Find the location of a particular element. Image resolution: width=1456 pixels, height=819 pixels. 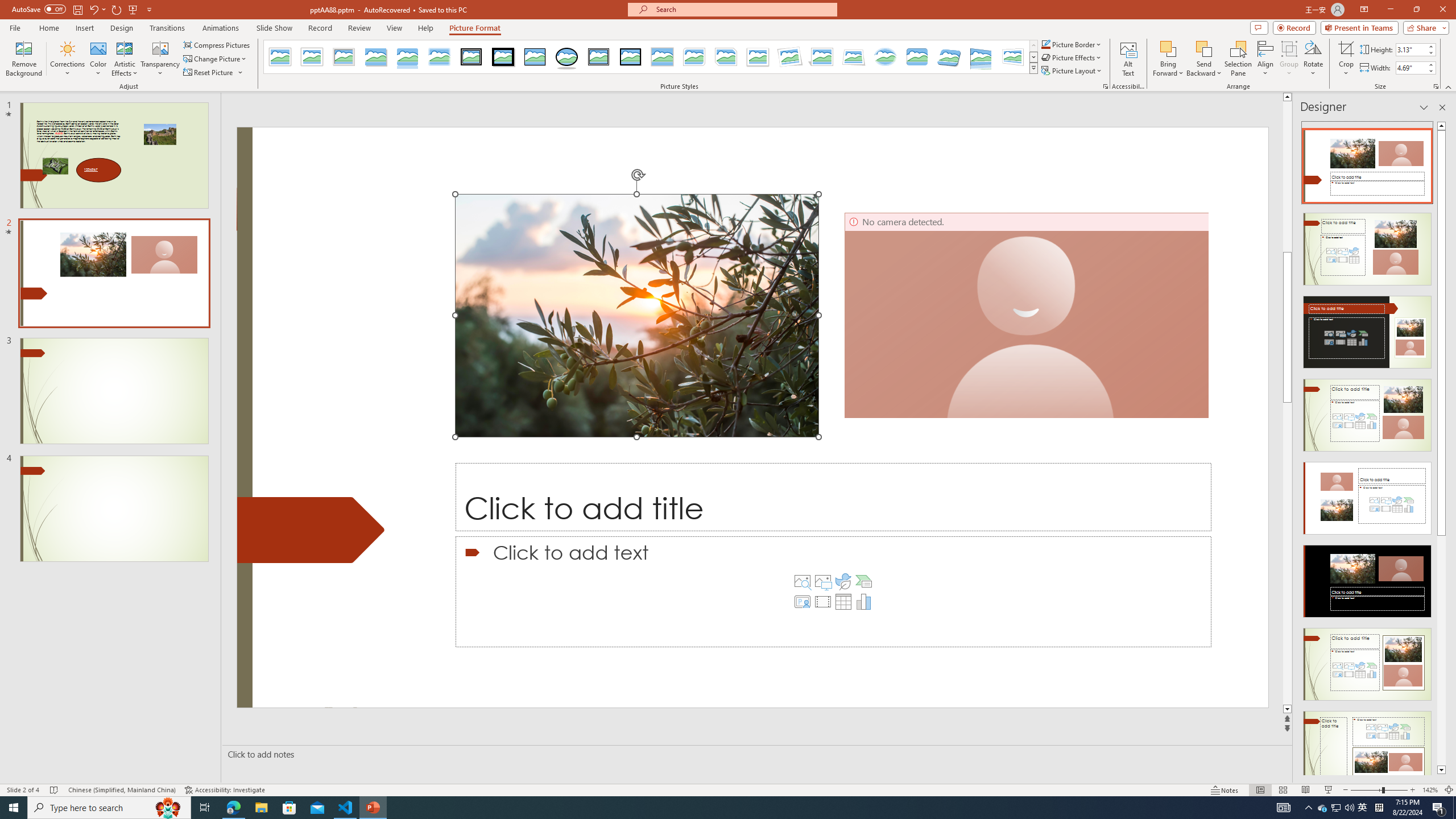

'Group' is located at coordinates (1289, 59).